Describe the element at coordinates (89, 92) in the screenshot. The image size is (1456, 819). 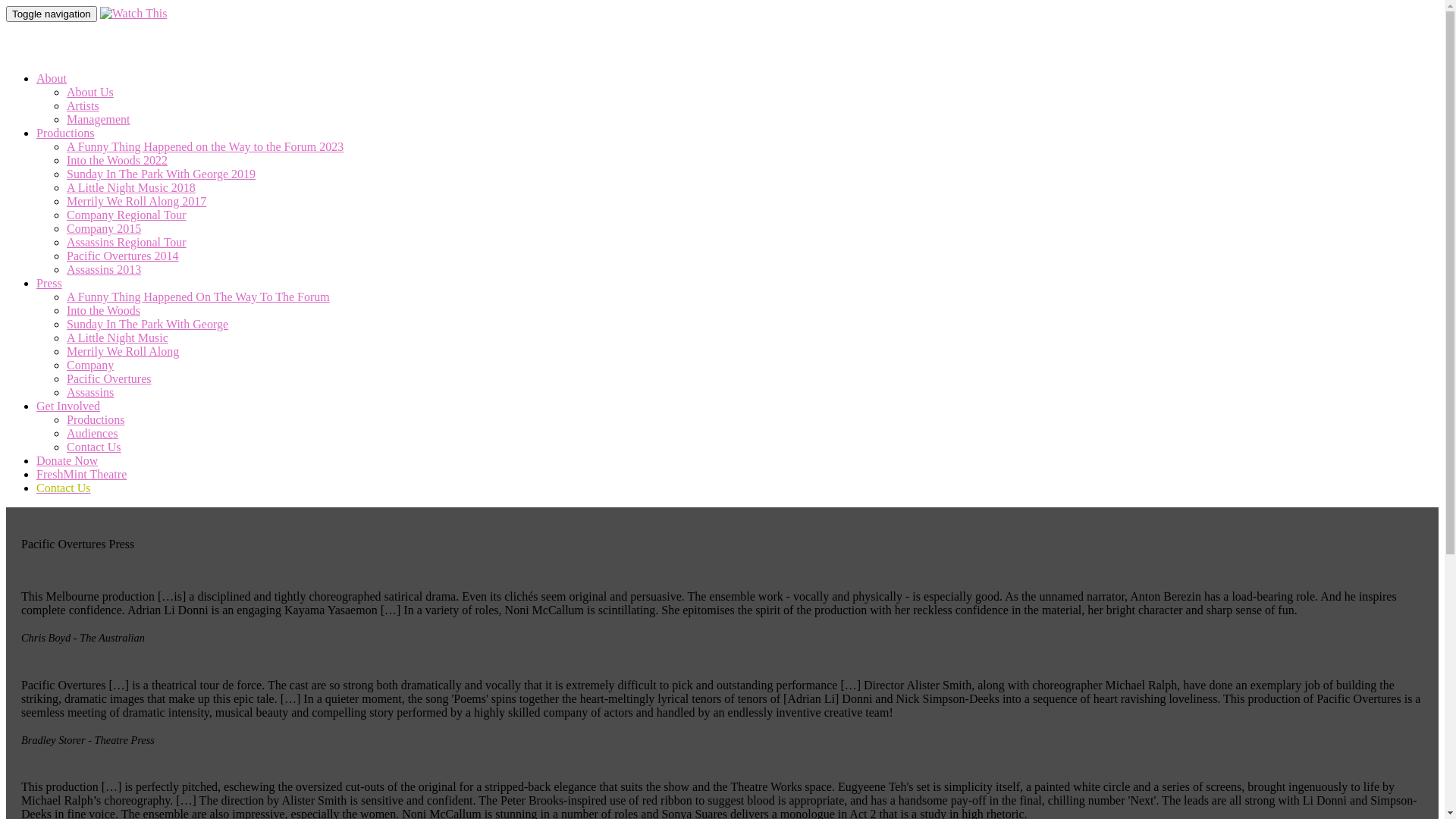
I see `'About Us'` at that location.